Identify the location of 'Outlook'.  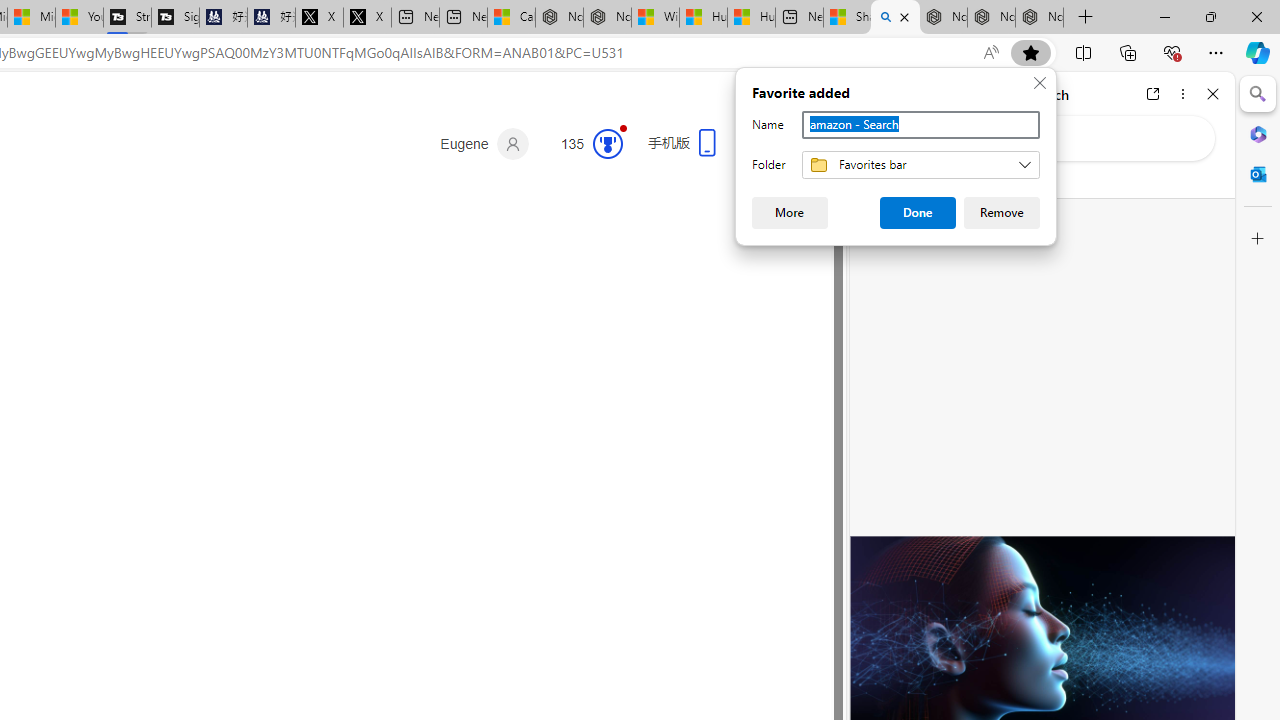
(1257, 173).